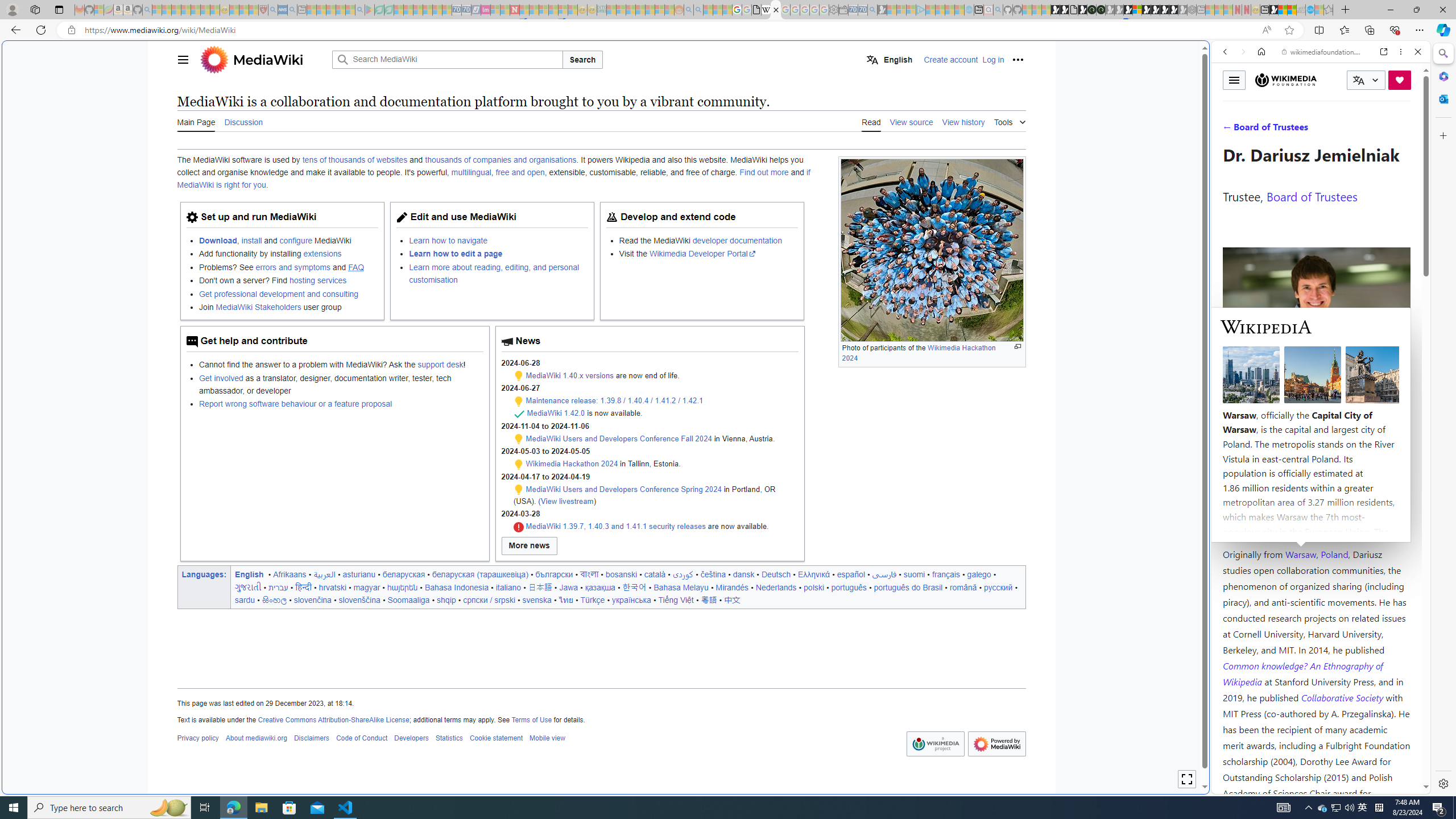  What do you see at coordinates (500, 159) in the screenshot?
I see `'thousands of companies and organisations'` at bounding box center [500, 159].